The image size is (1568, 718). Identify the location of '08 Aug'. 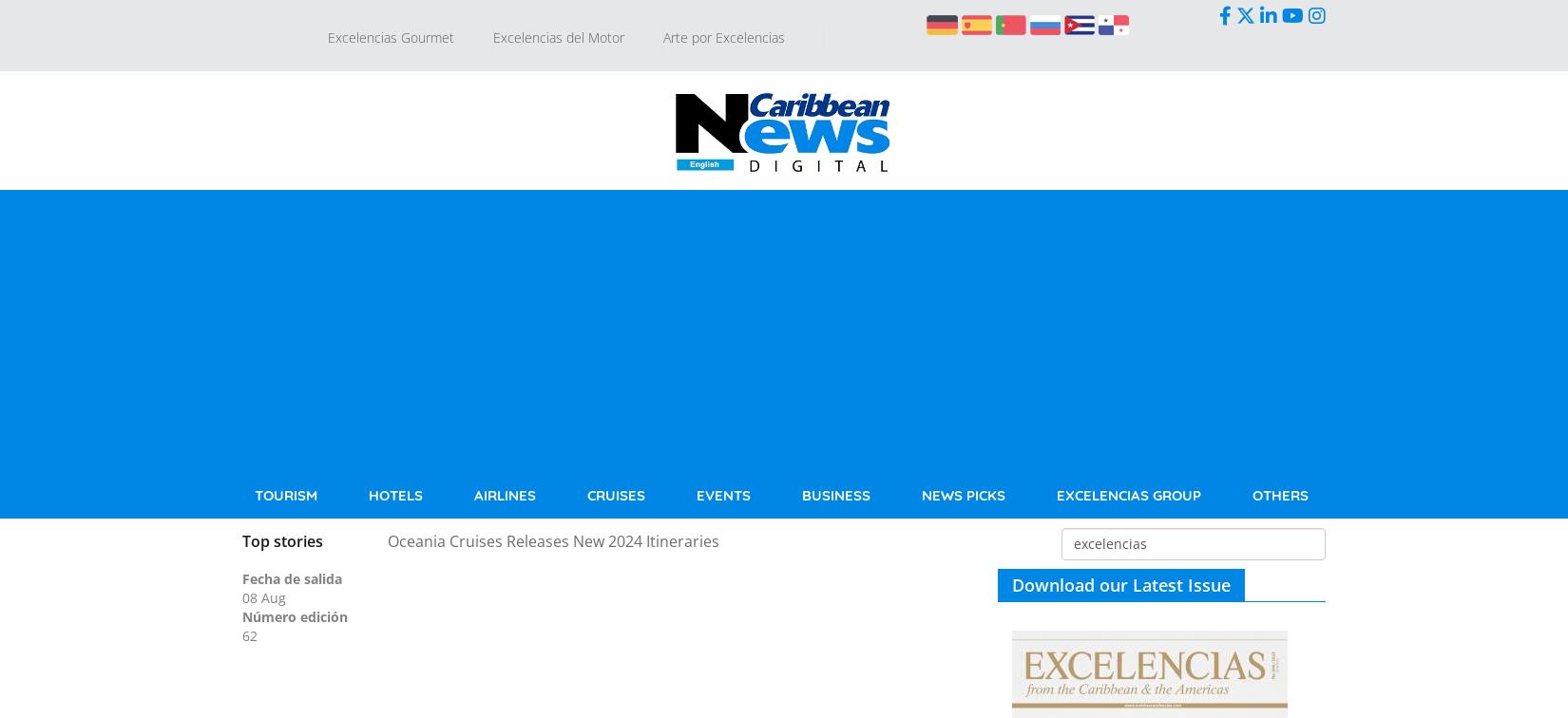
(264, 596).